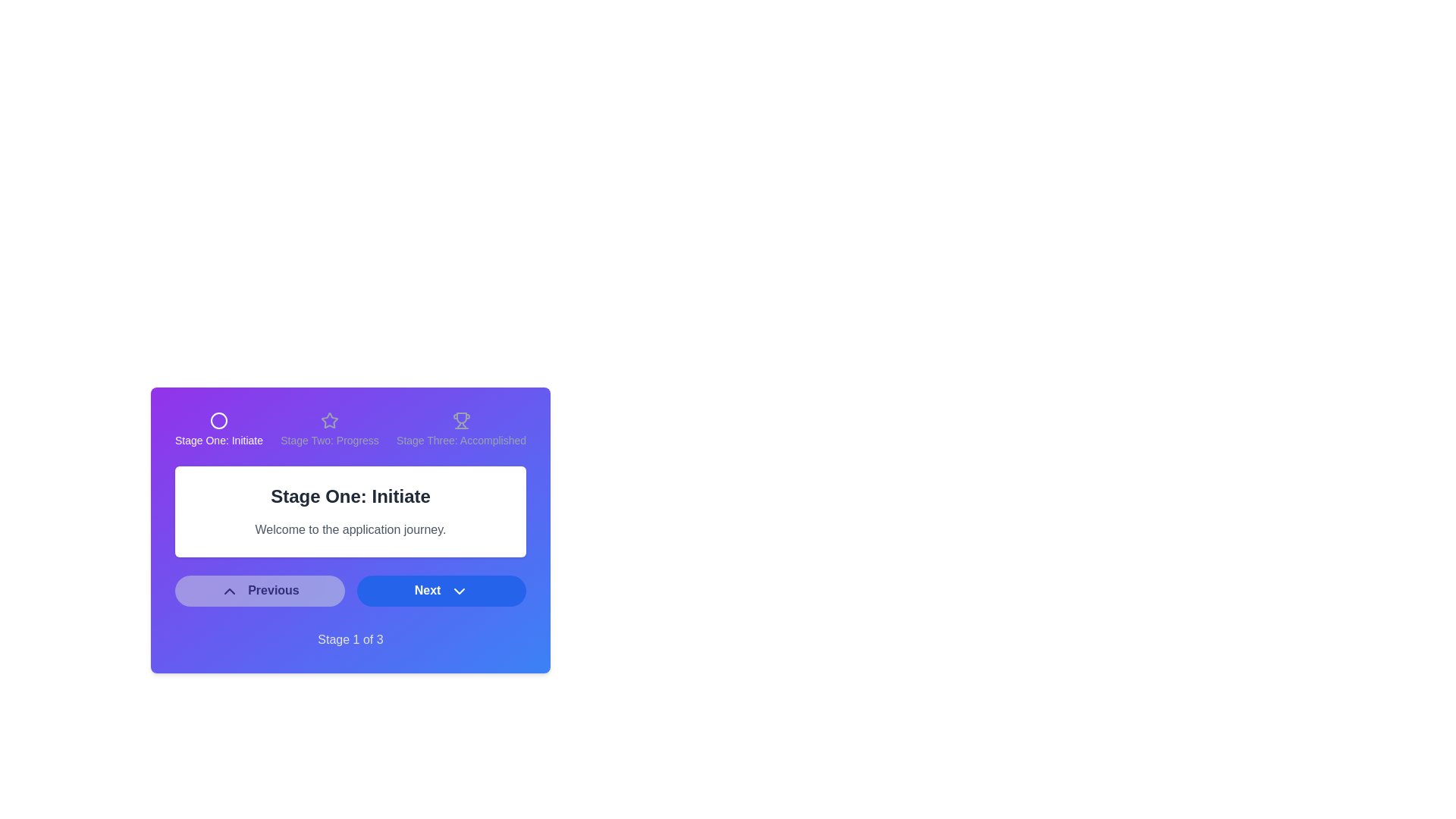 Image resolution: width=1456 pixels, height=819 pixels. Describe the element at coordinates (259, 590) in the screenshot. I see `the navigational button located on the left side of the interface, adjacent to the blue 'Next' button` at that location.